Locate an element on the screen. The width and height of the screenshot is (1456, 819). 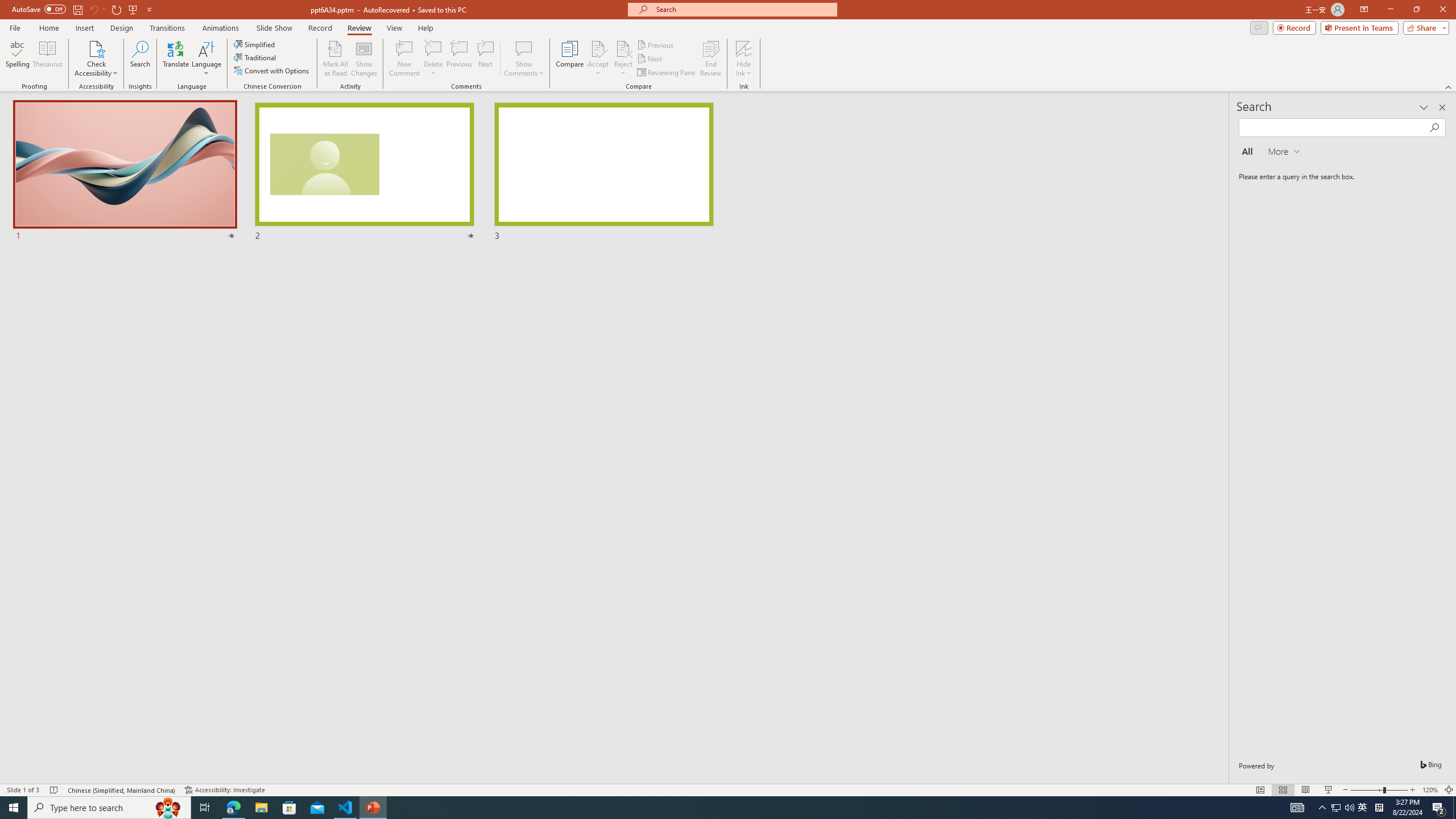
'Zoom 120%' is located at coordinates (1430, 790).